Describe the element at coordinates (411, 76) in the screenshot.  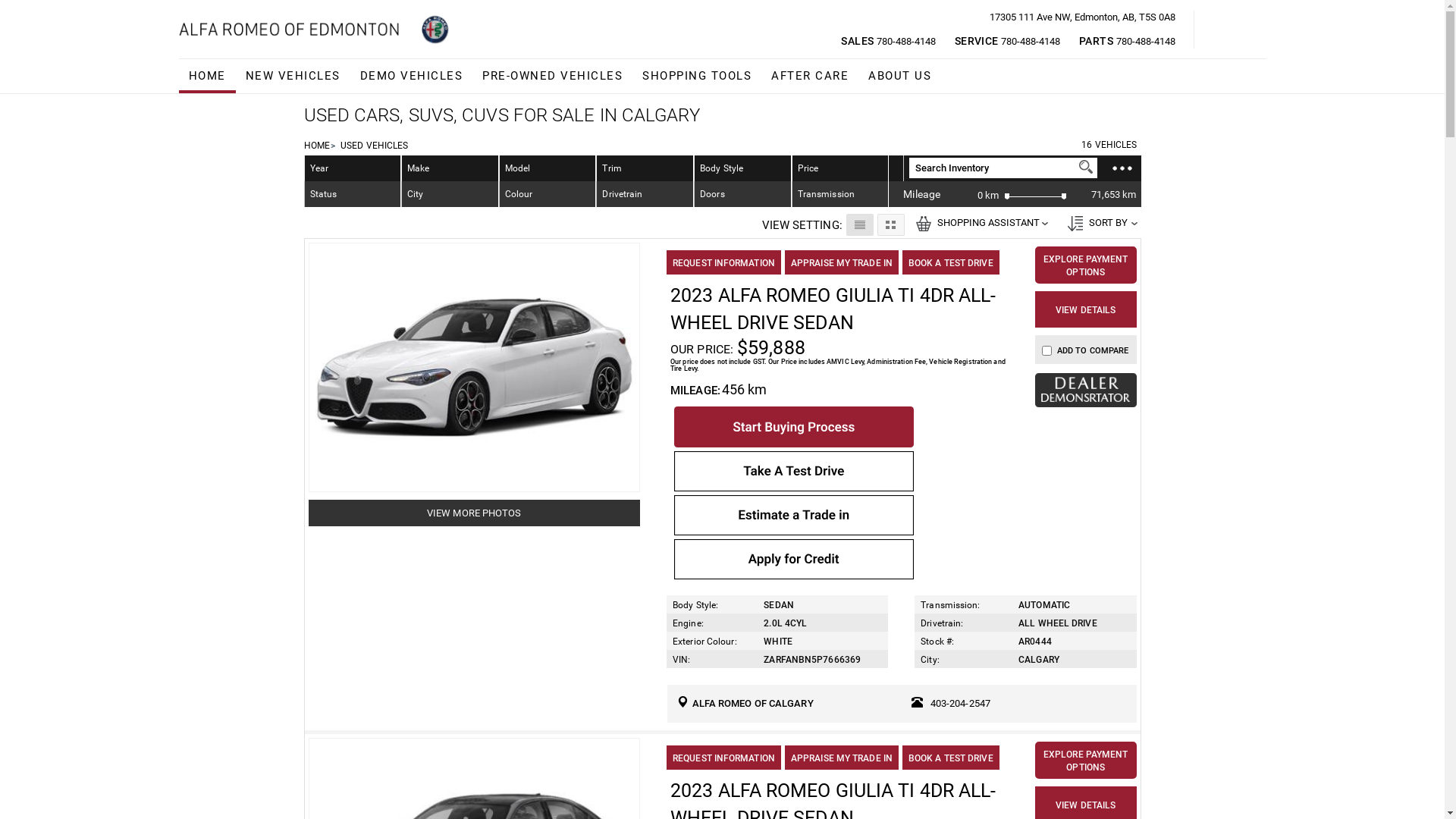
I see `'DEMO VEHICLES'` at that location.